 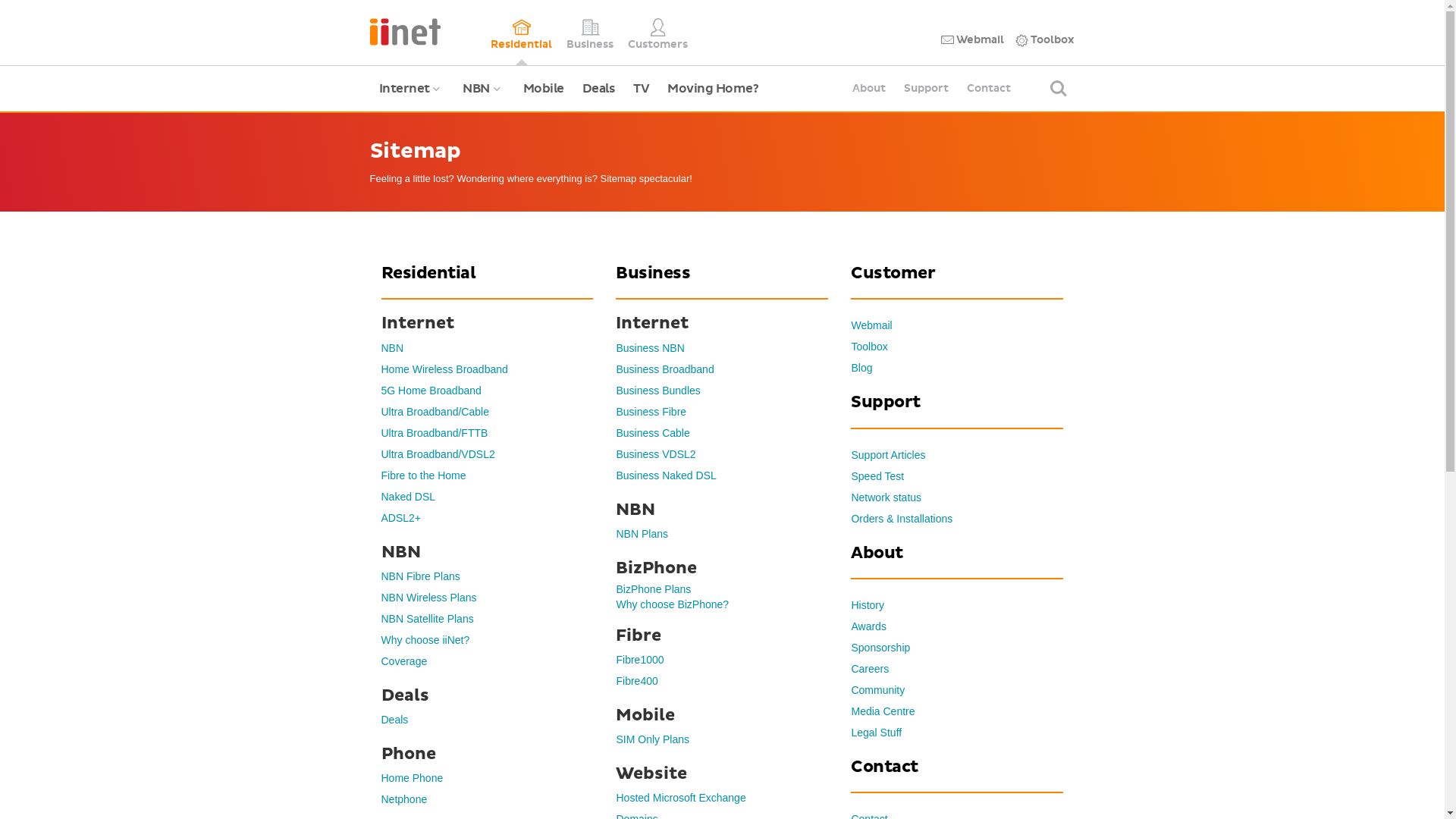 What do you see at coordinates (851, 324) in the screenshot?
I see `'Webmail'` at bounding box center [851, 324].